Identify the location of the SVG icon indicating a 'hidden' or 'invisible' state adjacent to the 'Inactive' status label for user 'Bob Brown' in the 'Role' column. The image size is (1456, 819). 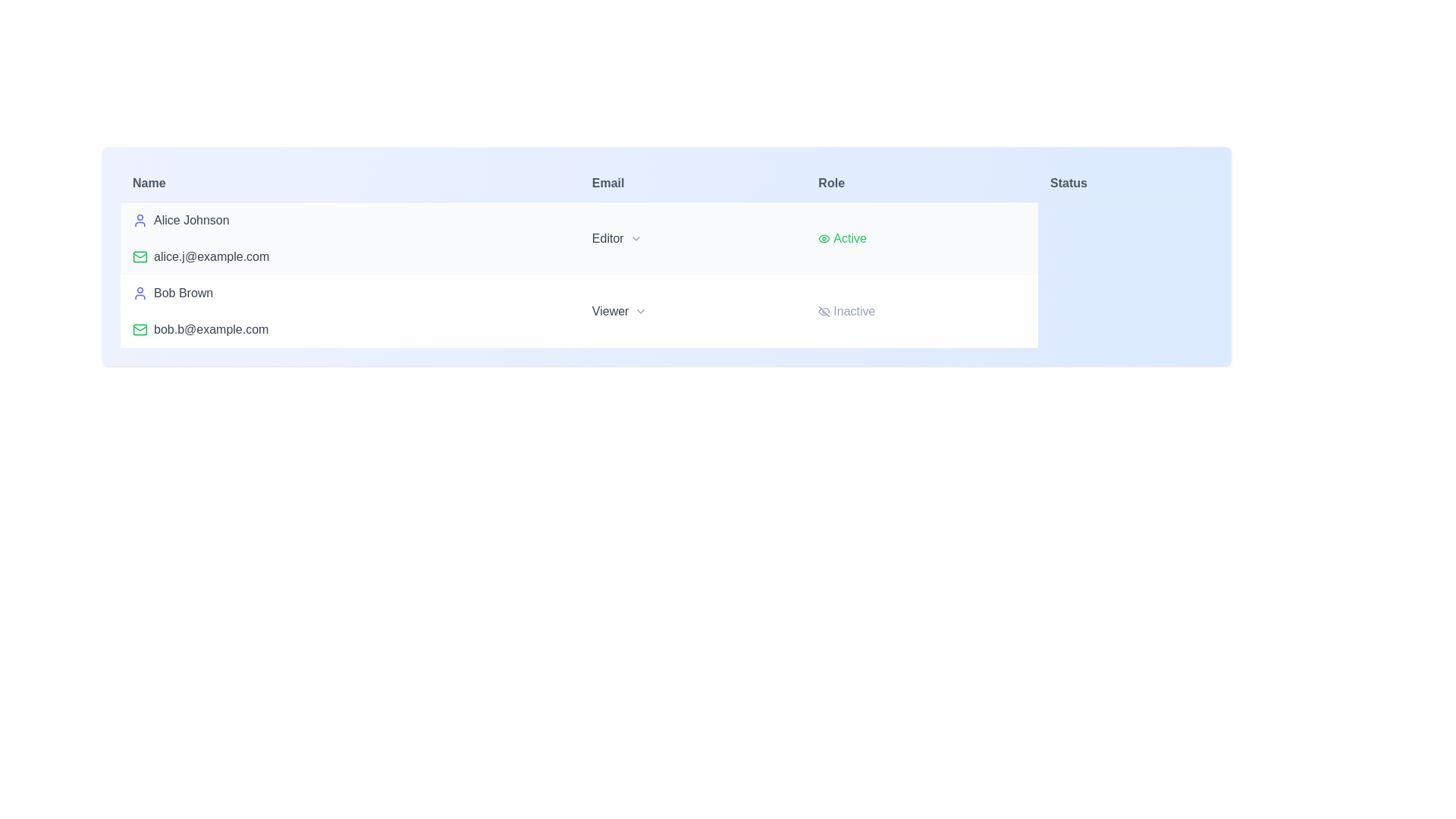
(824, 311).